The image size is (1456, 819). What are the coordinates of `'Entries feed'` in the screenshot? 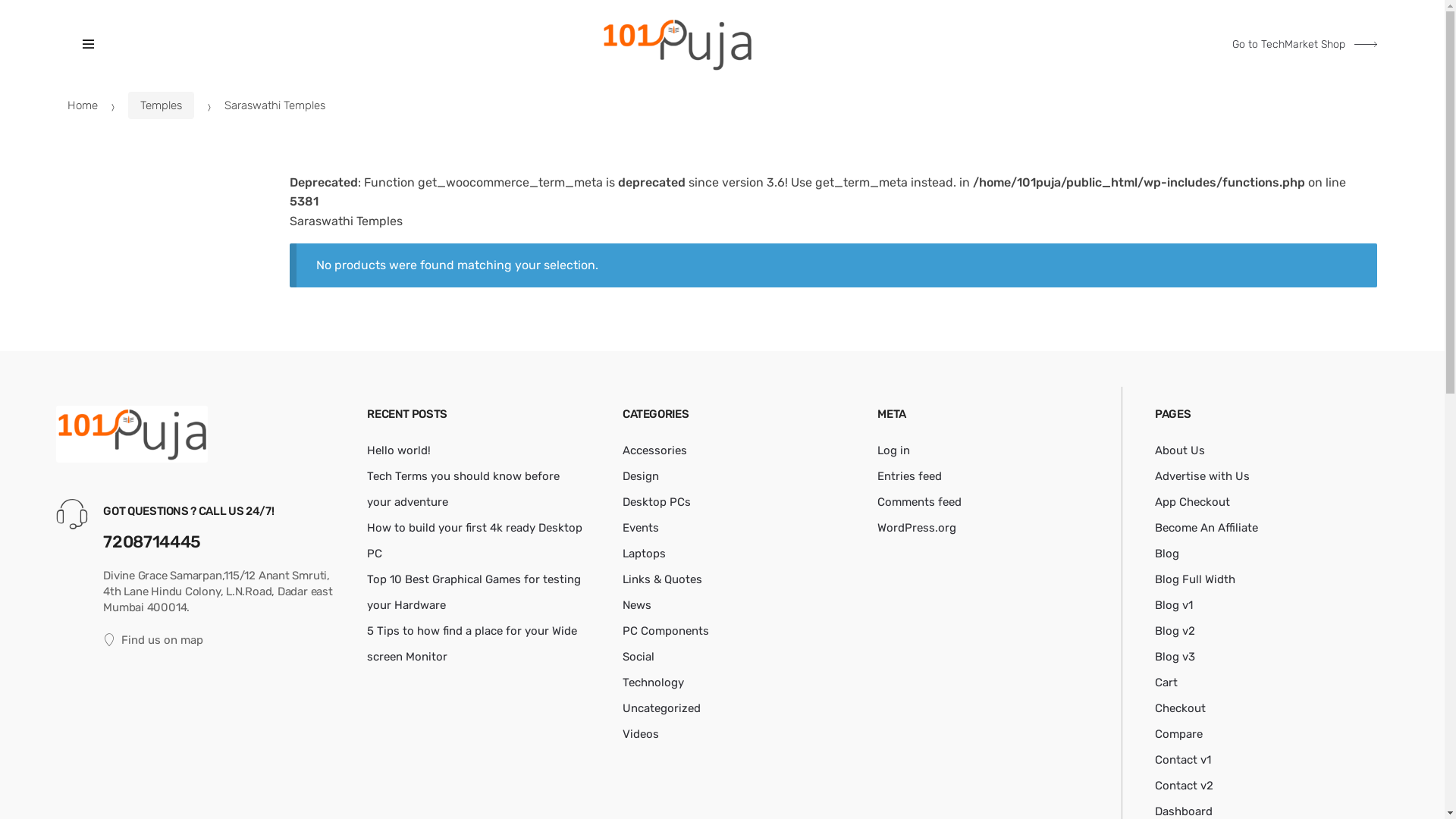 It's located at (909, 475).